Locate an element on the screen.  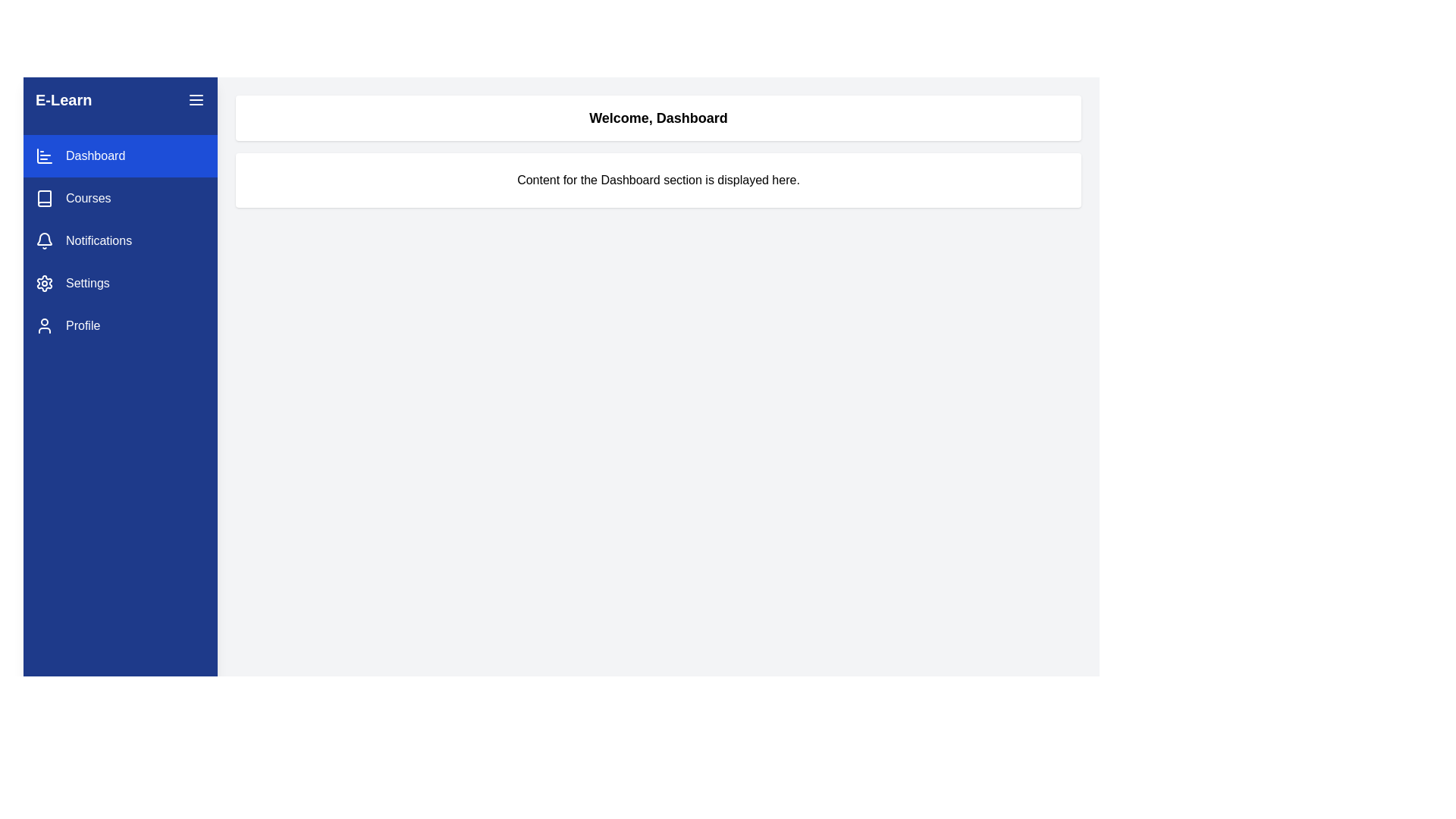
keyboard navigation is located at coordinates (44, 284).